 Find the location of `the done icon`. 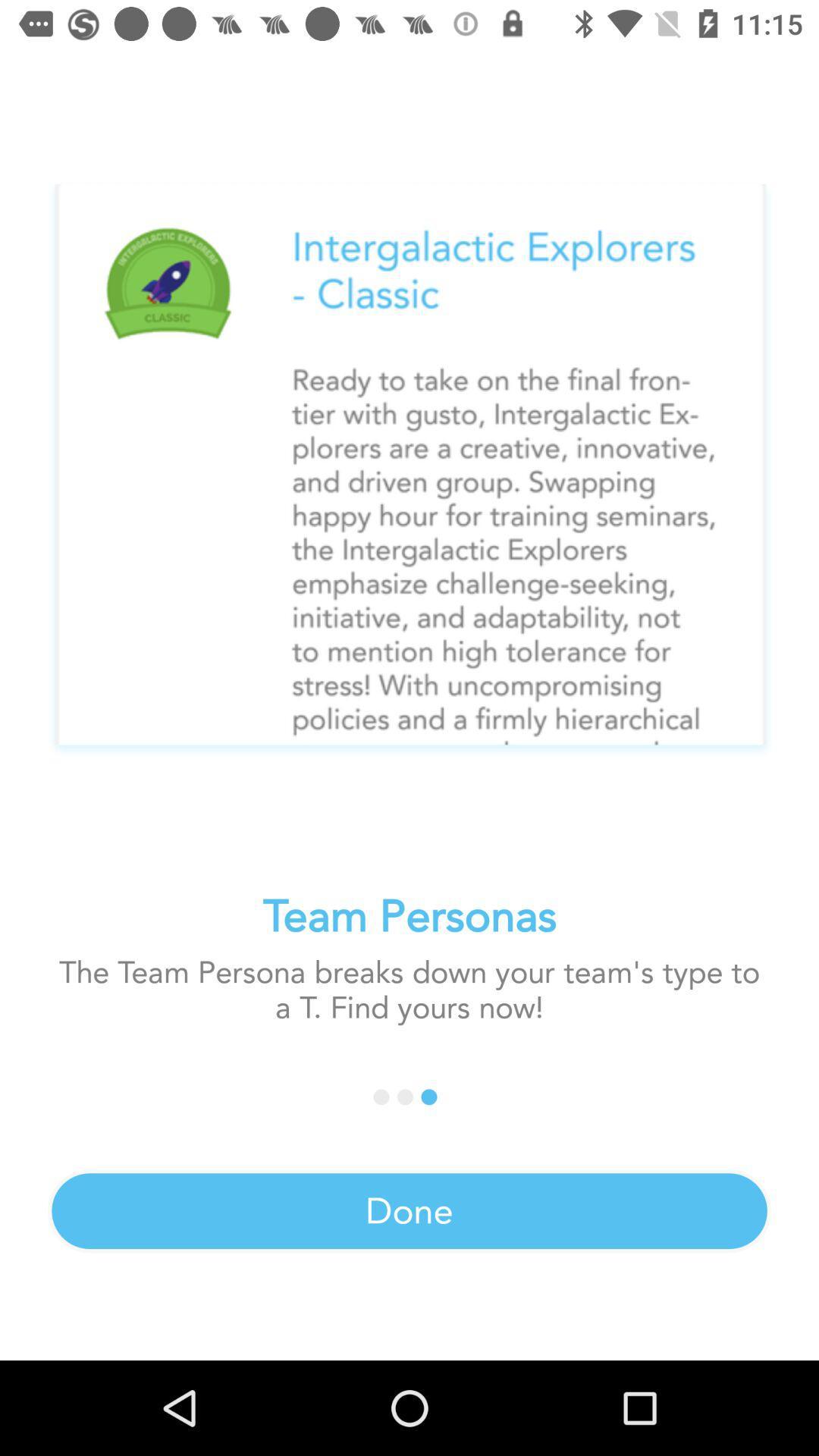

the done icon is located at coordinates (409, 1210).